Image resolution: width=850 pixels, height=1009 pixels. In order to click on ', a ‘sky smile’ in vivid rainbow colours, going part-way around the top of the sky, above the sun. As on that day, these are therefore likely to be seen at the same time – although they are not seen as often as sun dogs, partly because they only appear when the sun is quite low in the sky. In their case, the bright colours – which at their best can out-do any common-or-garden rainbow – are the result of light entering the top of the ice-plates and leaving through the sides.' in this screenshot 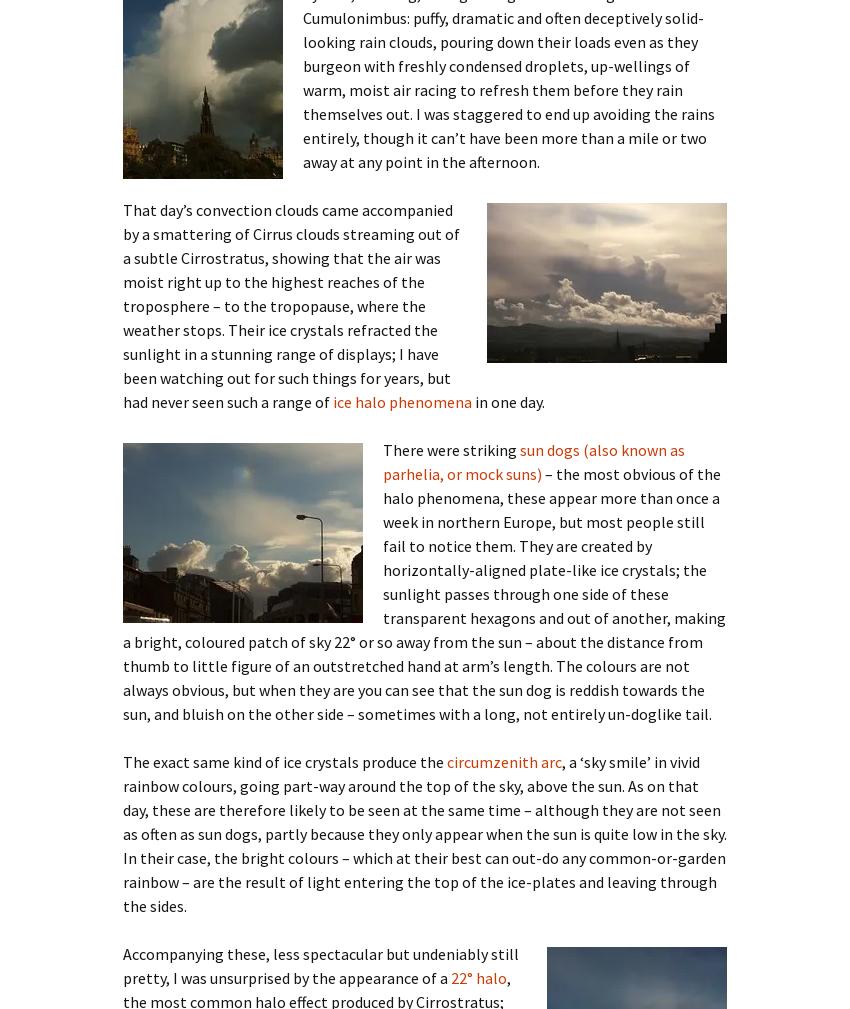, I will do `click(425, 833)`.